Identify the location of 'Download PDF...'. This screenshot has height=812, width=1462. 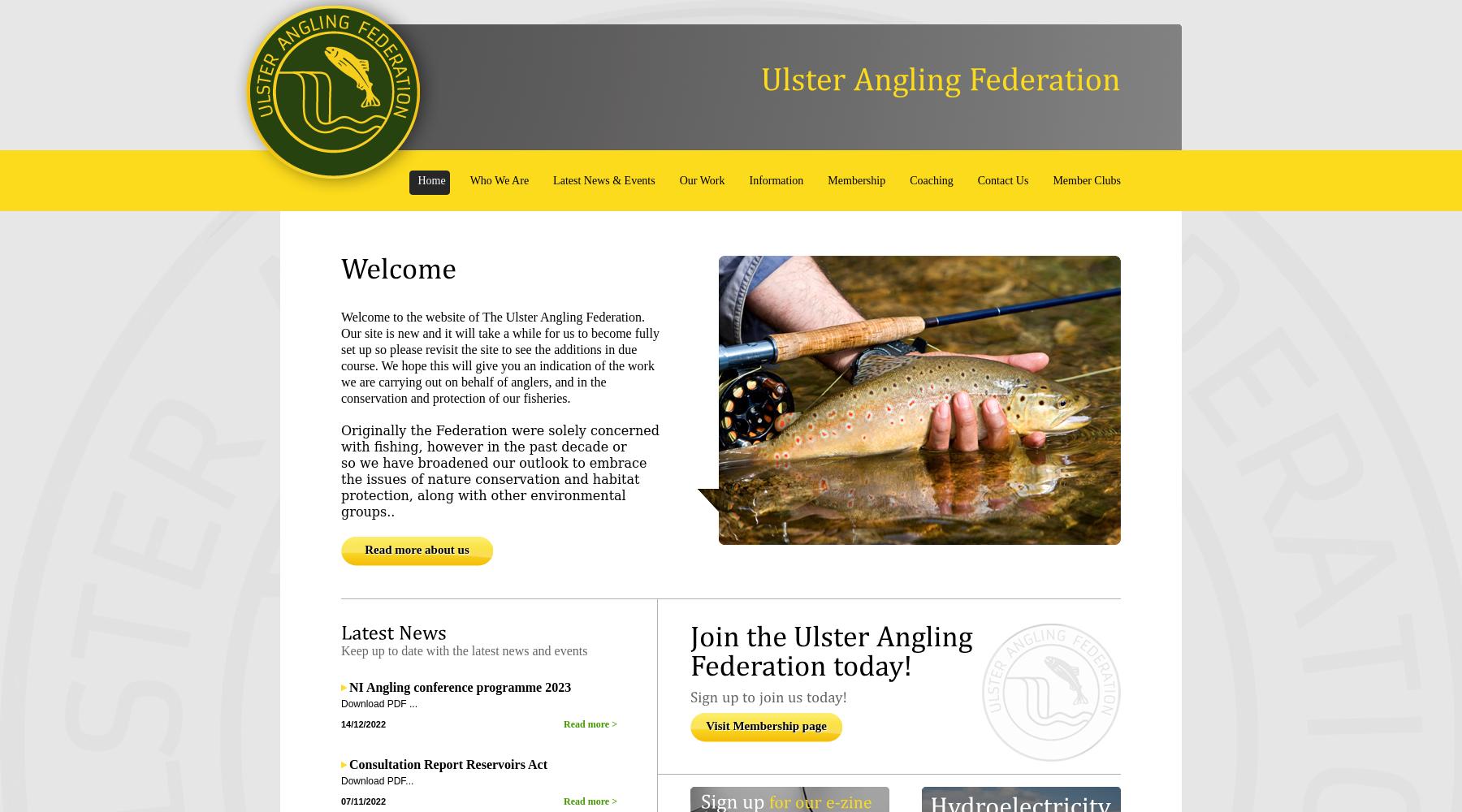
(376, 780).